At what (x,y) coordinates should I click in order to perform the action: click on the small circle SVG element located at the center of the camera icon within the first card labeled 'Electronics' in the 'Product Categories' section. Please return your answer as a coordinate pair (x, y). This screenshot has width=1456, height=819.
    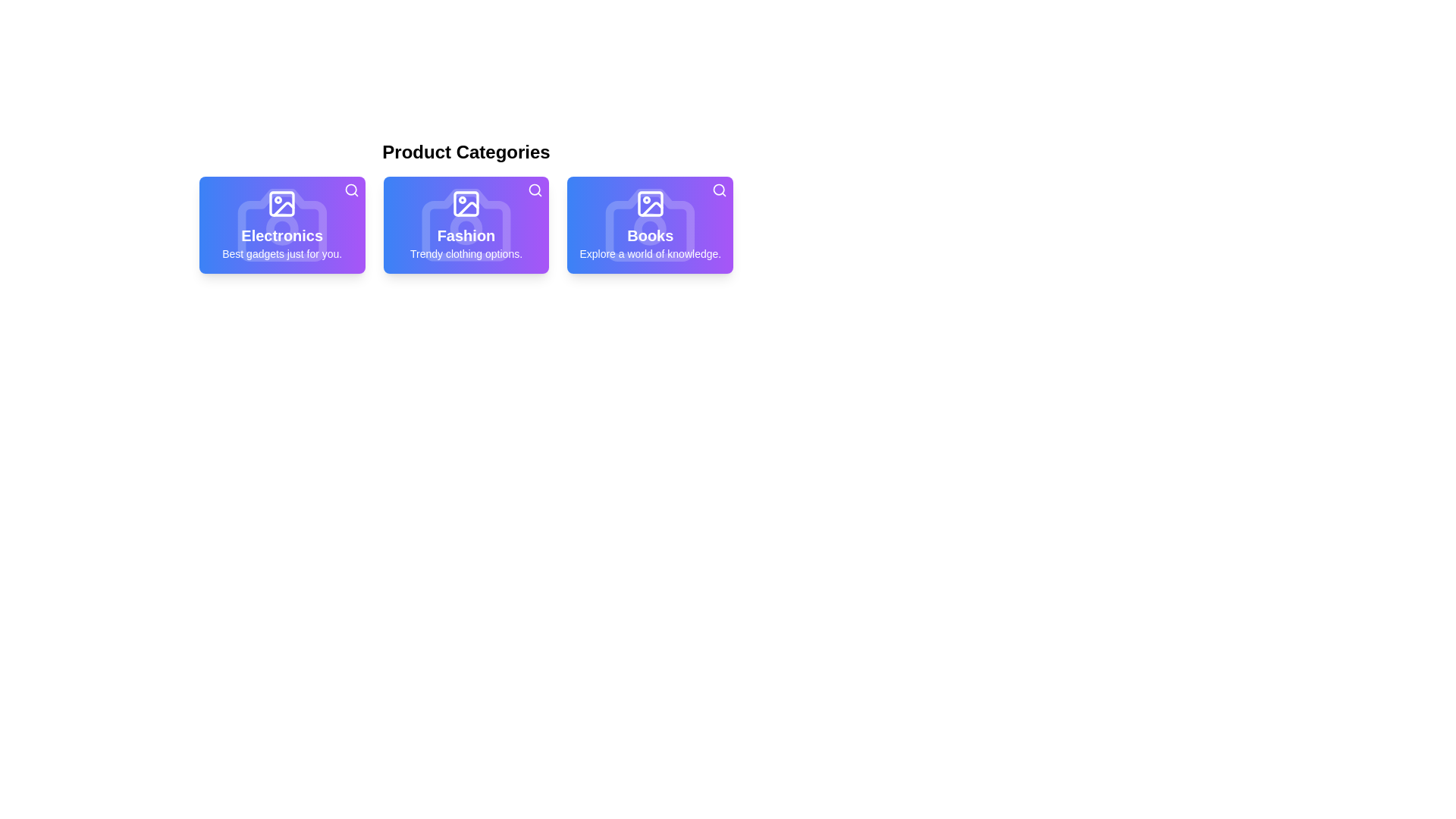
    Looking at the image, I should click on (282, 229).